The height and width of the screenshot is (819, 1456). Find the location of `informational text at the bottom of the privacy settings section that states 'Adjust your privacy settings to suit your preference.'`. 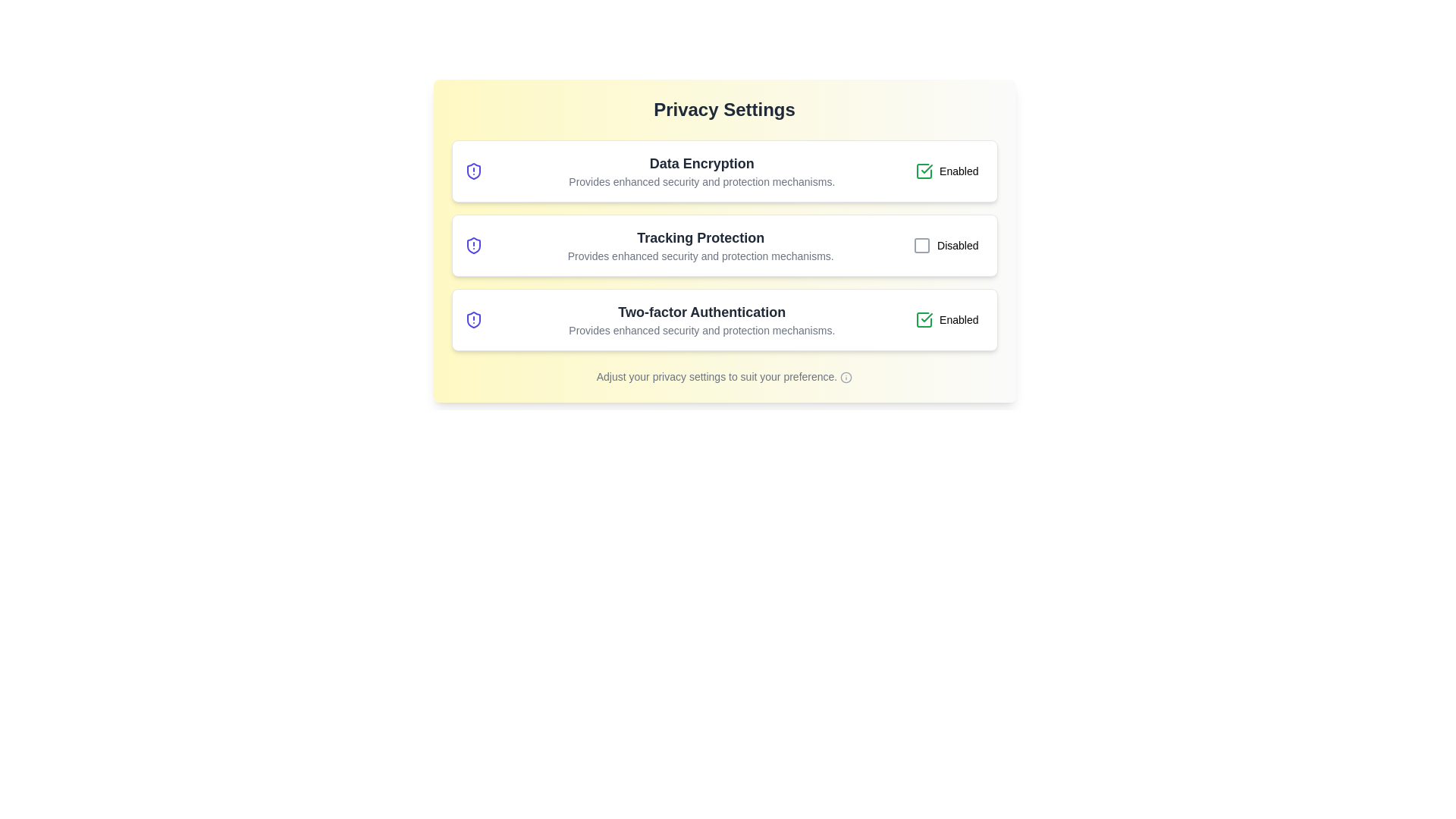

informational text at the bottom of the privacy settings section that states 'Adjust your privacy settings to suit your preference.' is located at coordinates (723, 376).